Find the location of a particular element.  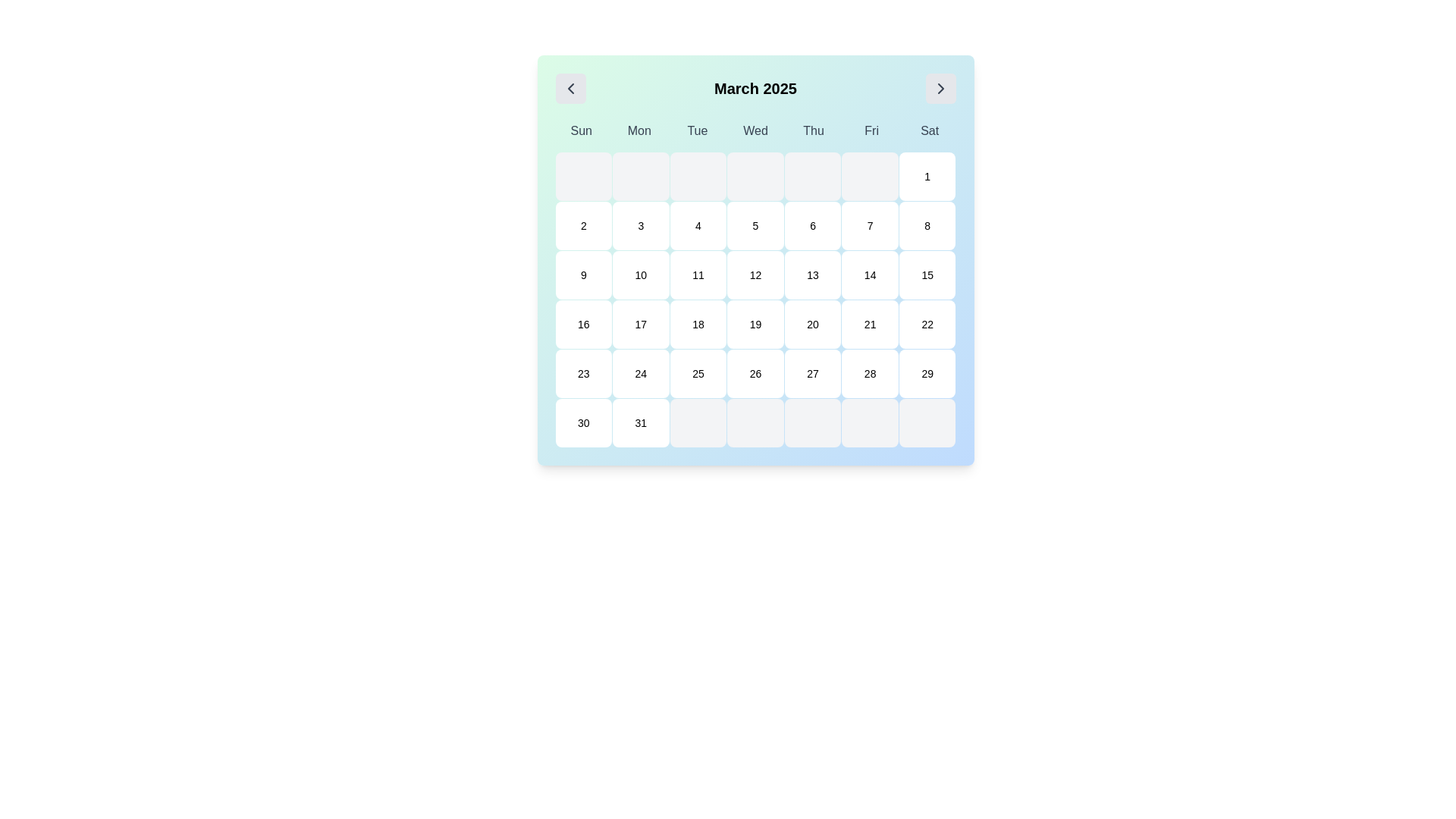

text label displaying 'Tue' in the week header of the calendar interface, which is the third item in a row of day abbreviations is located at coordinates (696, 130).